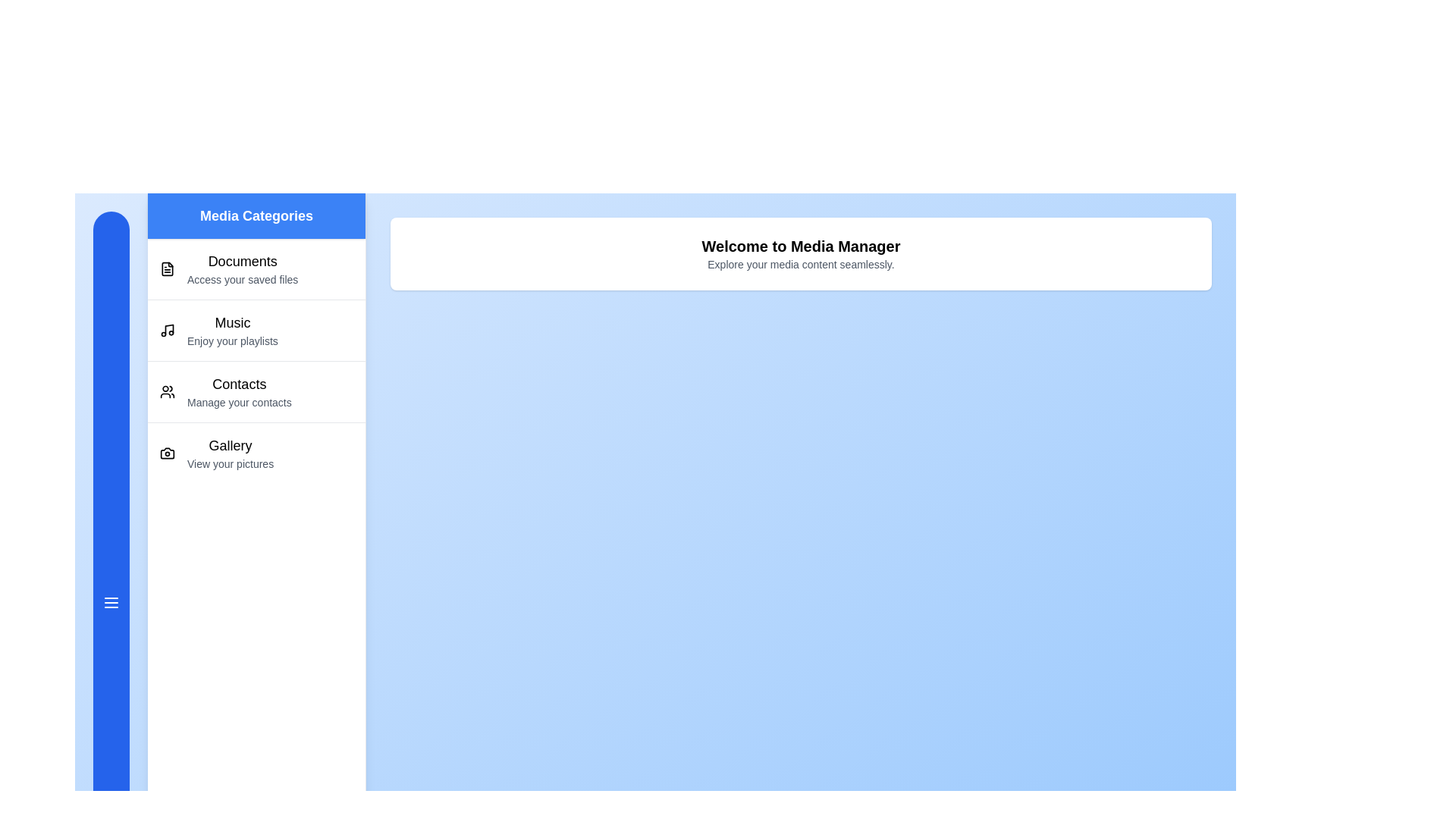 The height and width of the screenshot is (819, 1456). Describe the element at coordinates (256, 391) in the screenshot. I see `the category Contacts to explore its details` at that location.